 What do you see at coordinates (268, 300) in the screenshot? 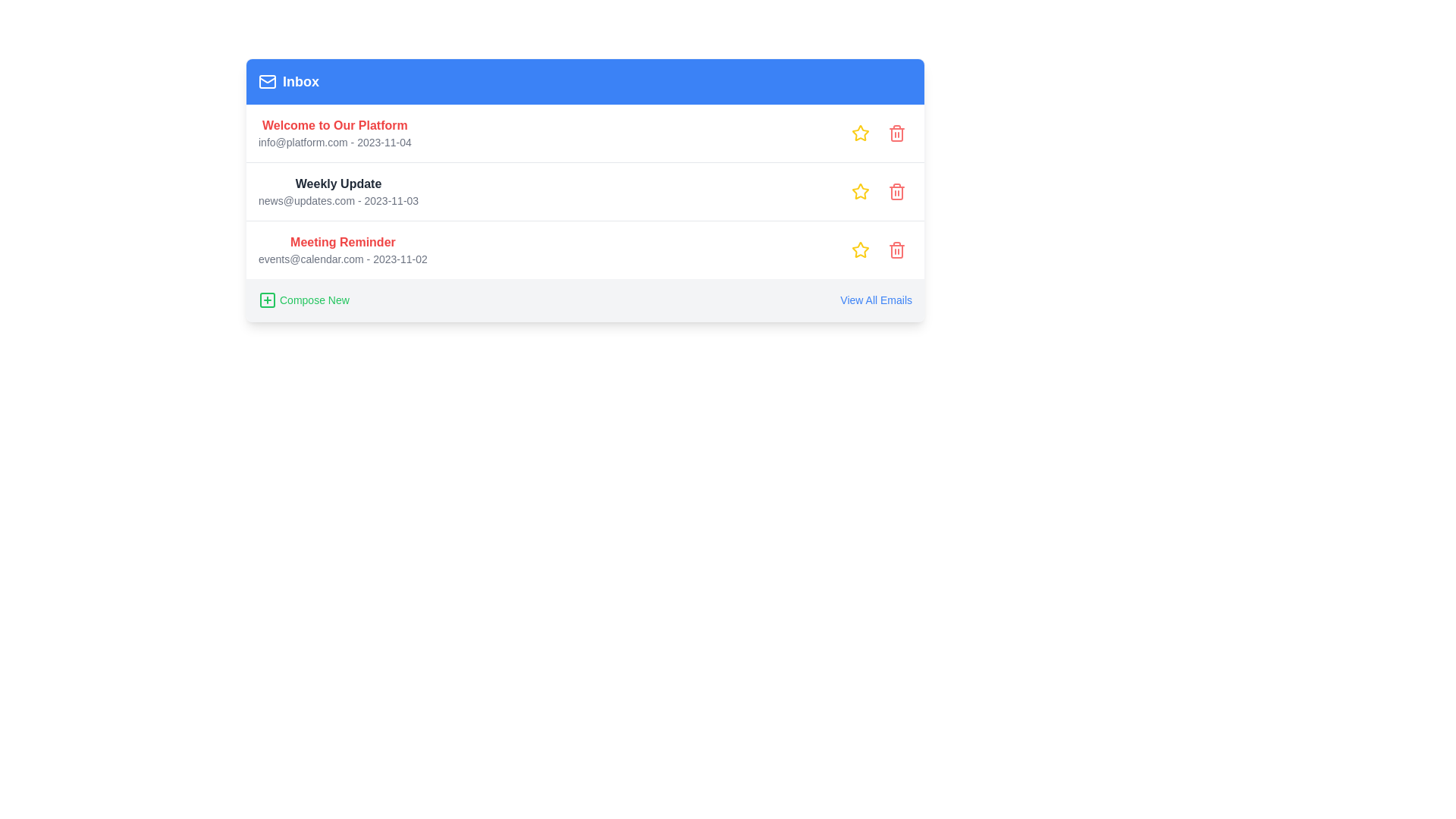
I see `the '+' icon within the 'Compose New' button located at the bottom left of the email interface to initiate creating a new email` at bounding box center [268, 300].